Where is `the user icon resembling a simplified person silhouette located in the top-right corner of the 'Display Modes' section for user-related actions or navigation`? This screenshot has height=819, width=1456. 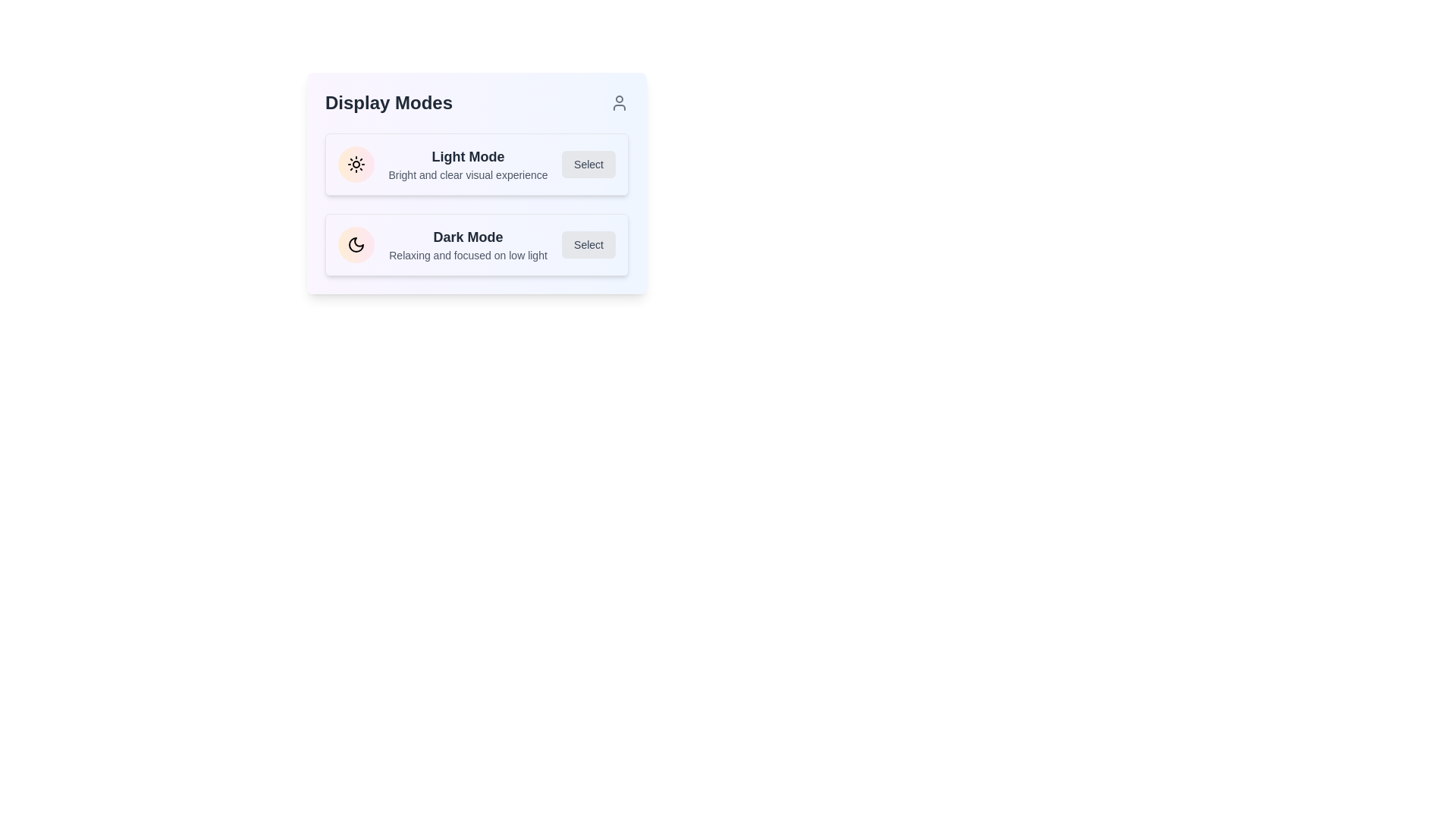
the user icon resembling a simplified person silhouette located in the top-right corner of the 'Display Modes' section for user-related actions or navigation is located at coordinates (619, 102).